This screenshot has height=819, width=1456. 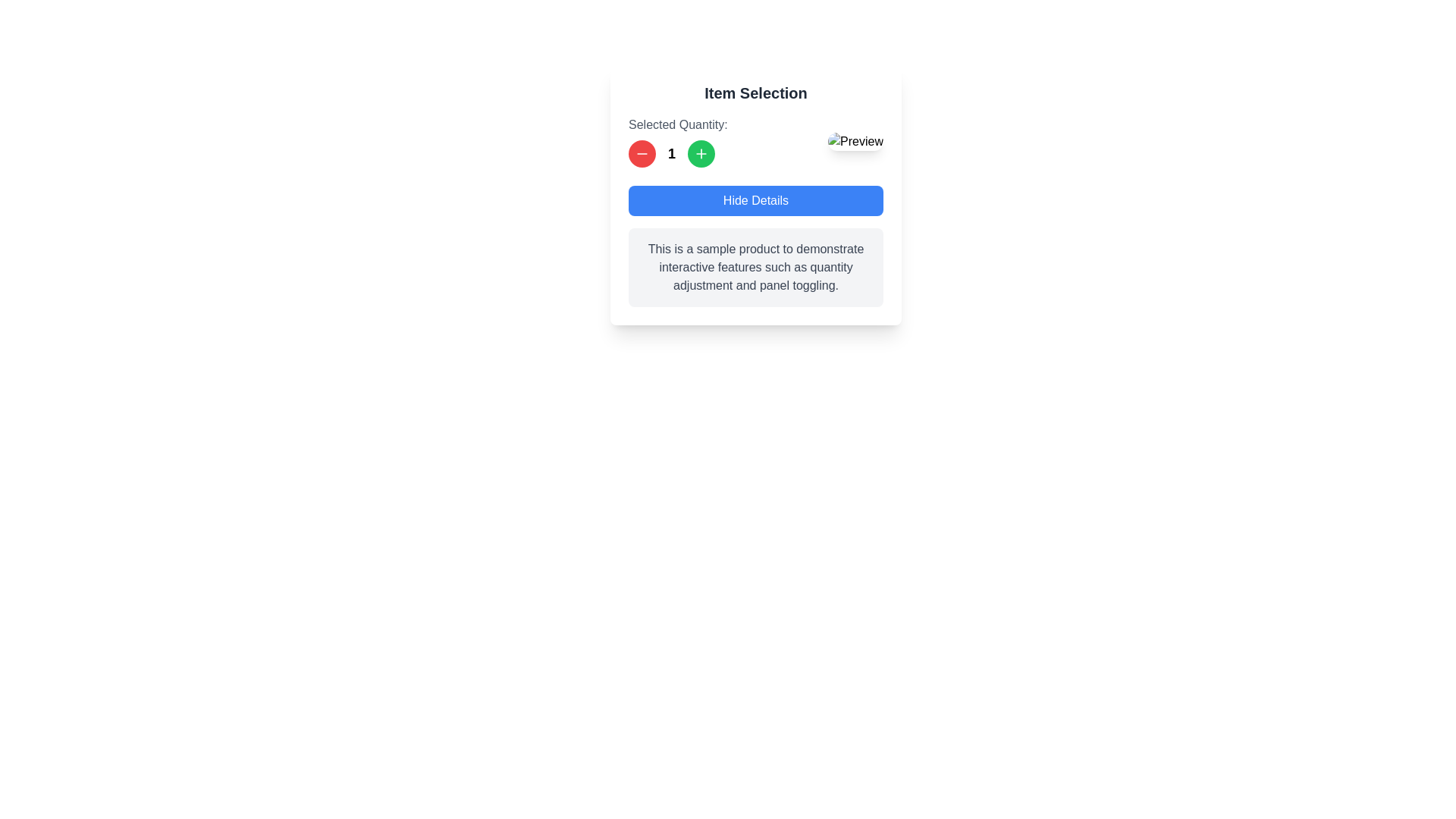 I want to click on the circular red button with a white minus sign, so click(x=642, y=154).